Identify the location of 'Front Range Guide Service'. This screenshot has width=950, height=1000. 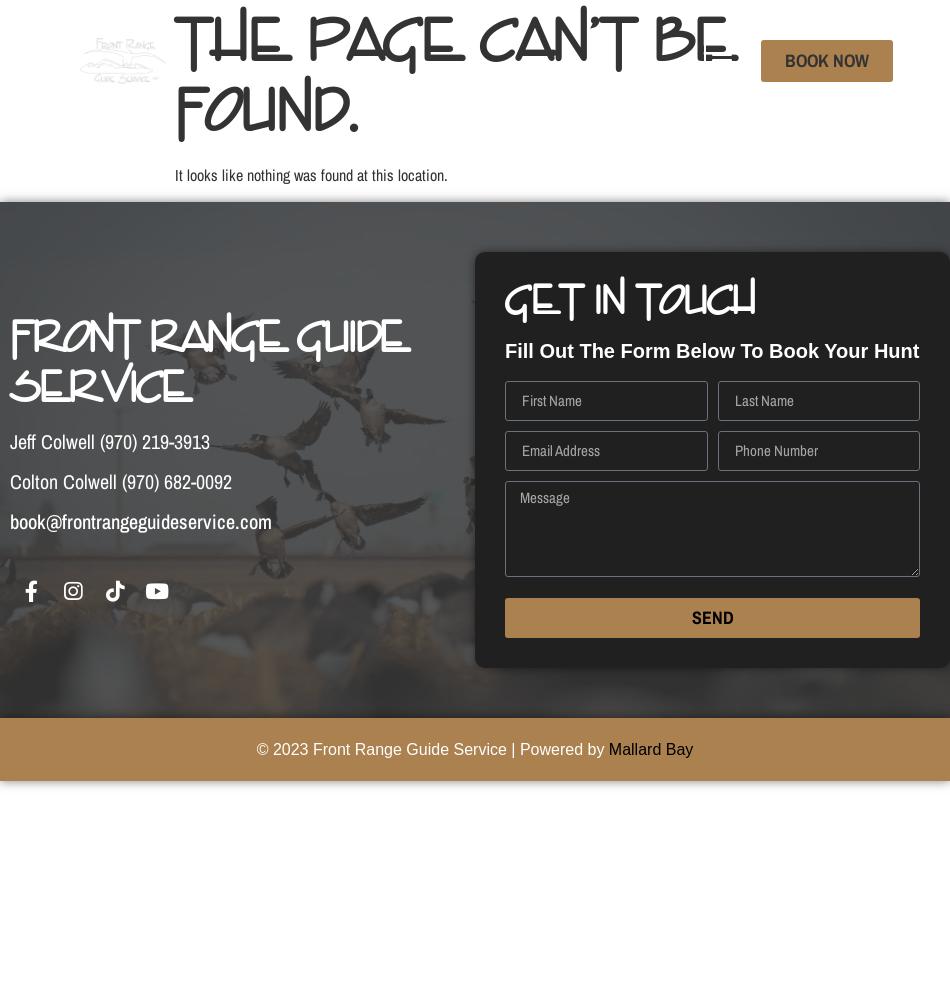
(209, 361).